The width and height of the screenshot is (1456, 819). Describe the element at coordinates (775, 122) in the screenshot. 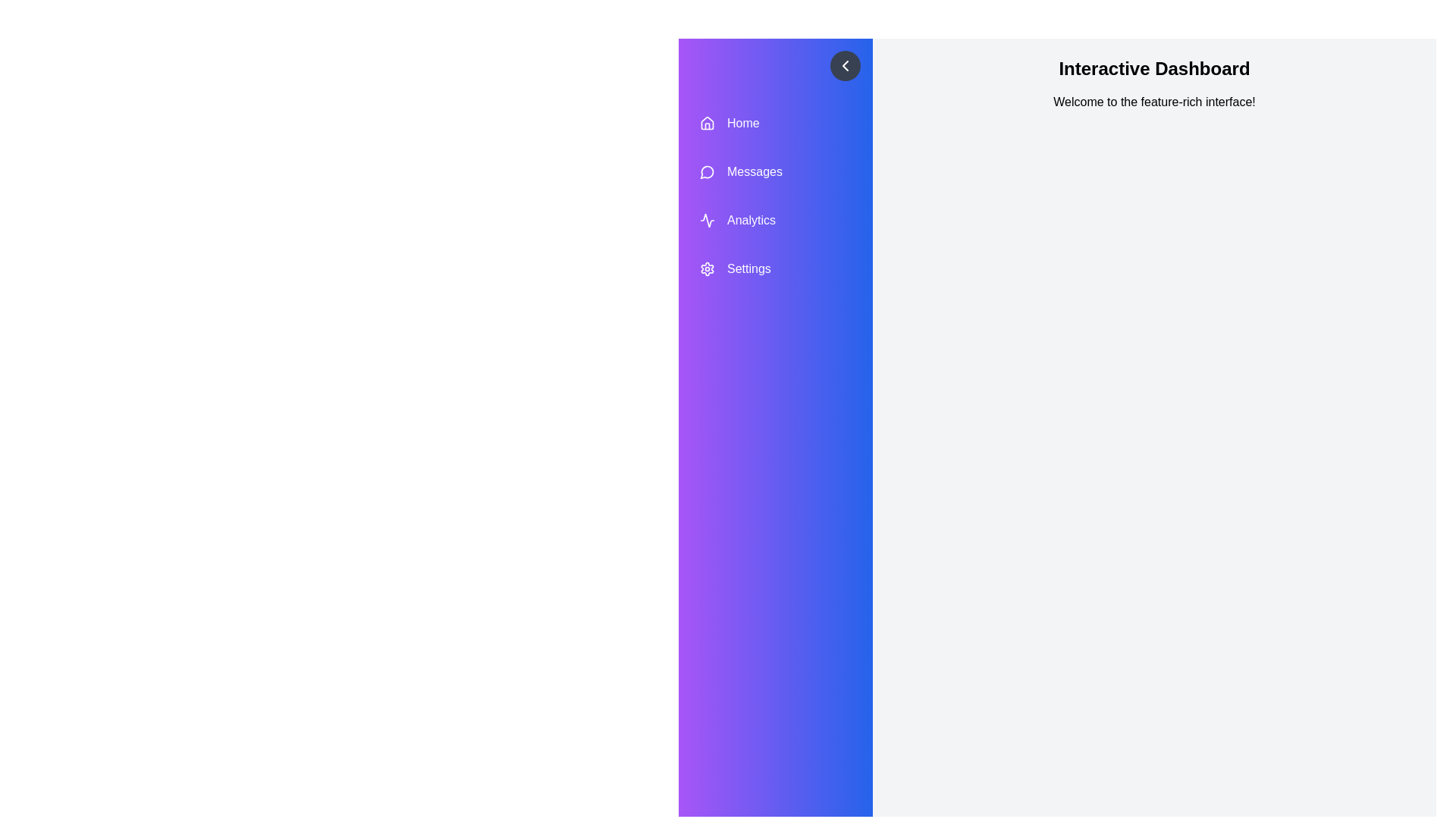

I see `the menu item labeled Home` at that location.